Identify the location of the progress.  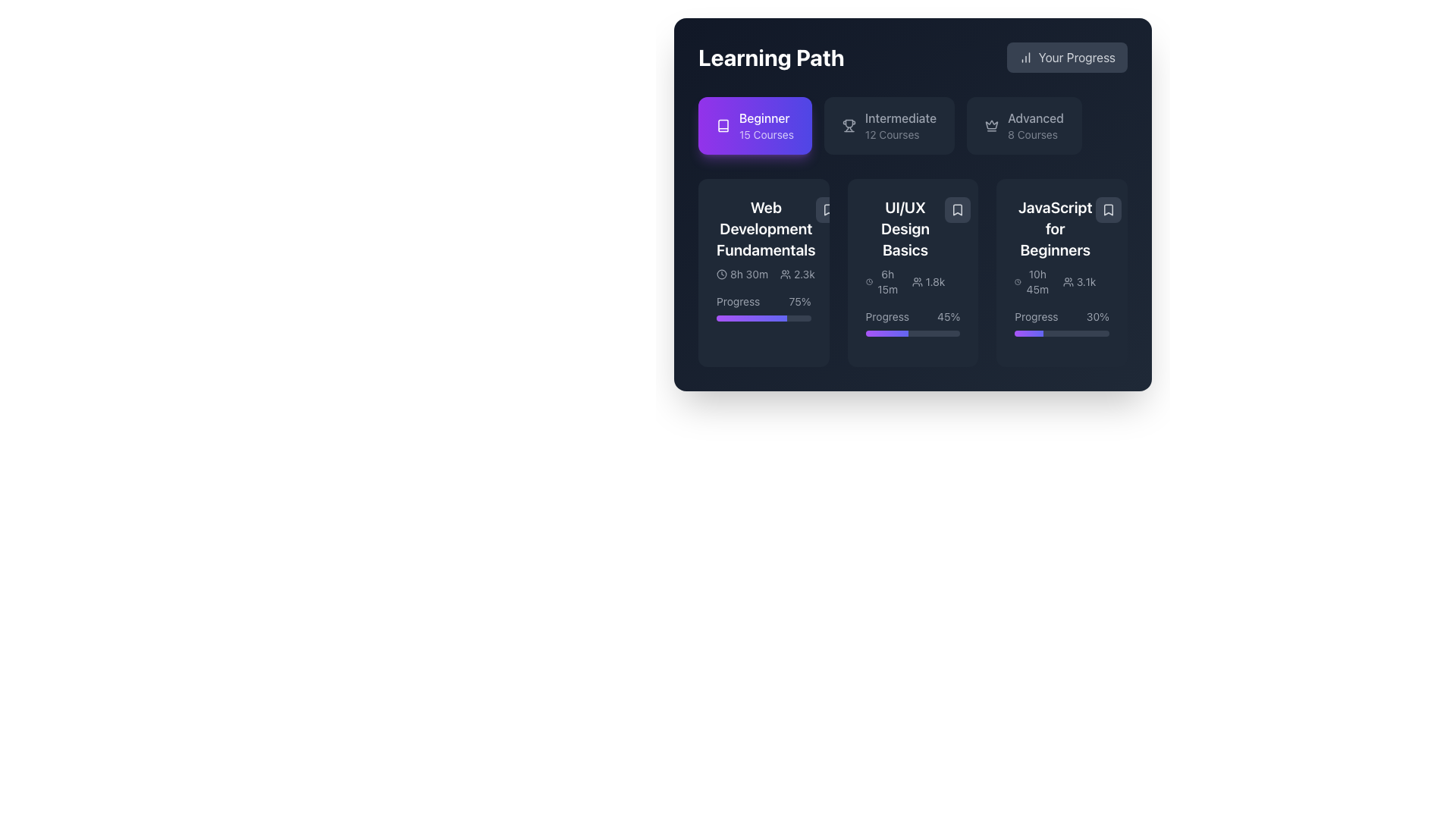
(732, 318).